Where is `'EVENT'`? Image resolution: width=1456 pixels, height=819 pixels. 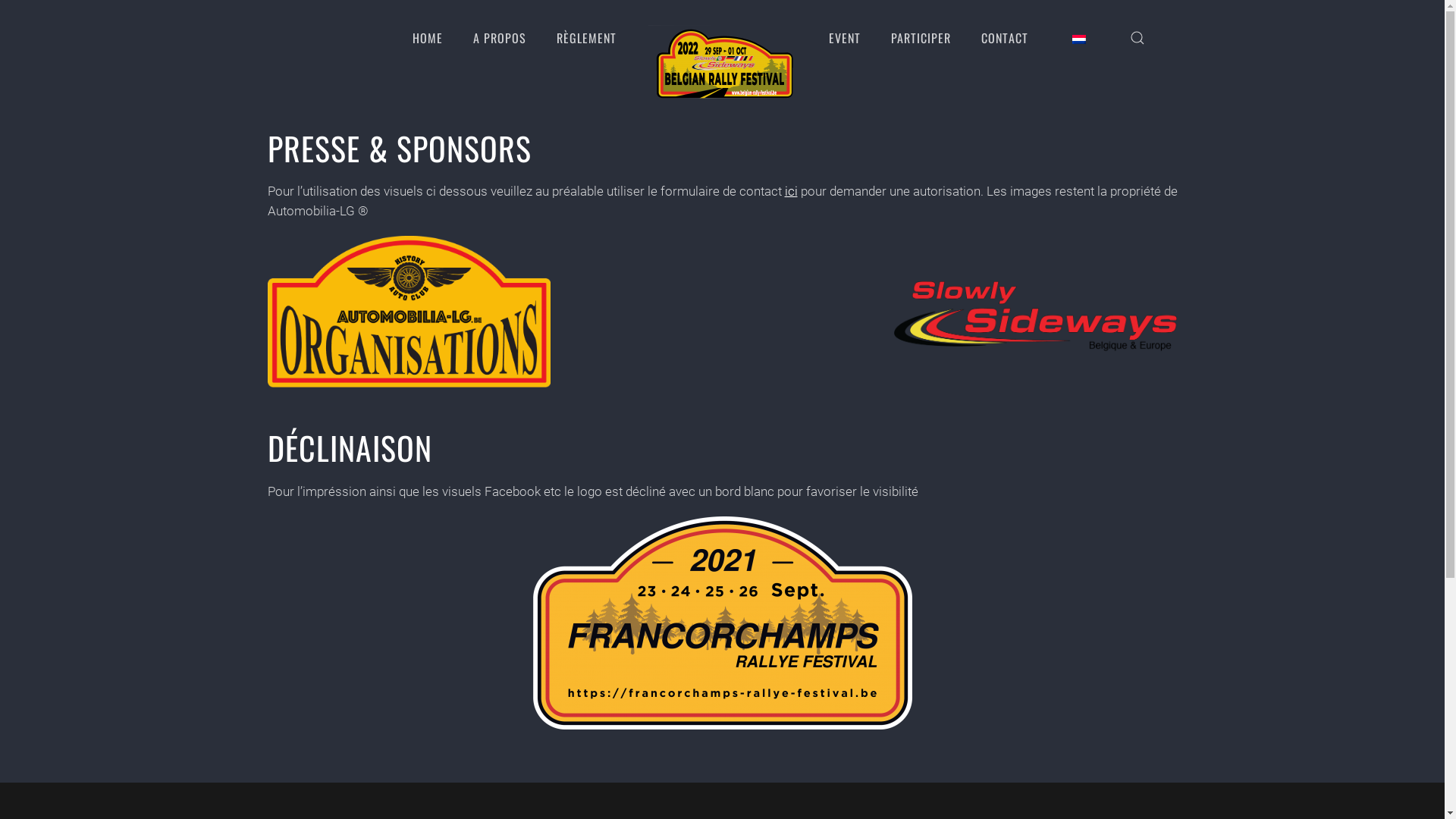
'EVENT' is located at coordinates (843, 37).